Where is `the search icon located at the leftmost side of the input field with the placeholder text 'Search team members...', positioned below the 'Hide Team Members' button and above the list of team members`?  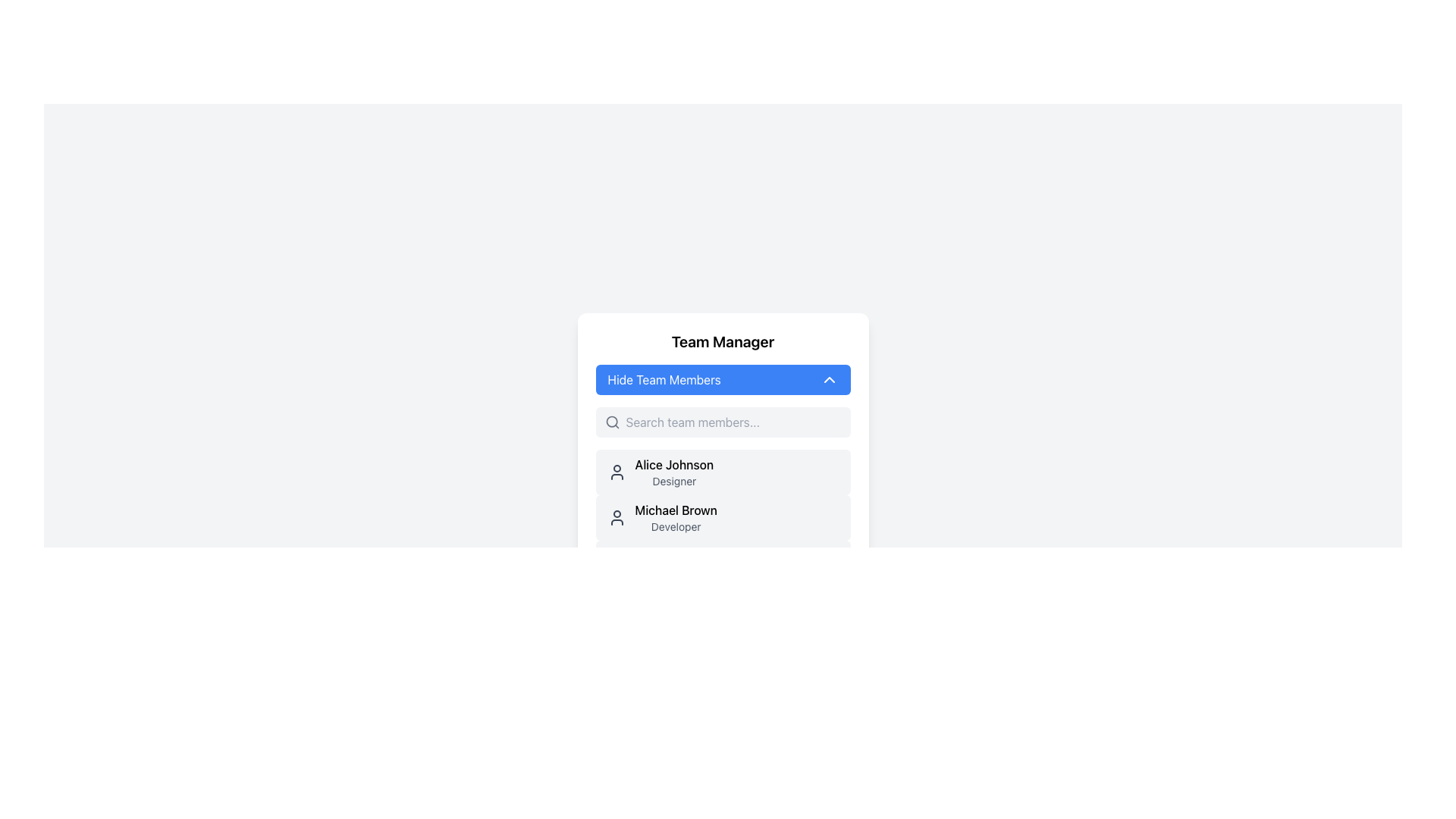 the search icon located at the leftmost side of the input field with the placeholder text 'Search team members...', positioned below the 'Hide Team Members' button and above the list of team members is located at coordinates (612, 422).